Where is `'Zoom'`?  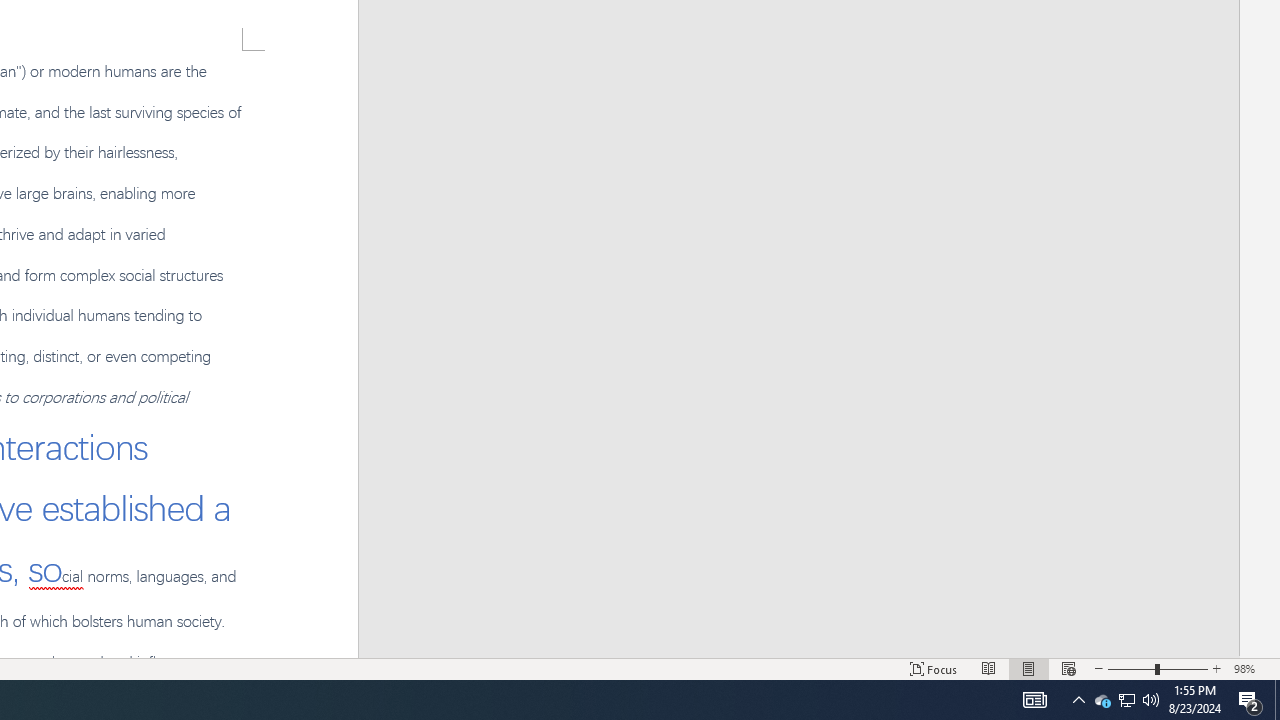 'Zoom' is located at coordinates (1127, 698).